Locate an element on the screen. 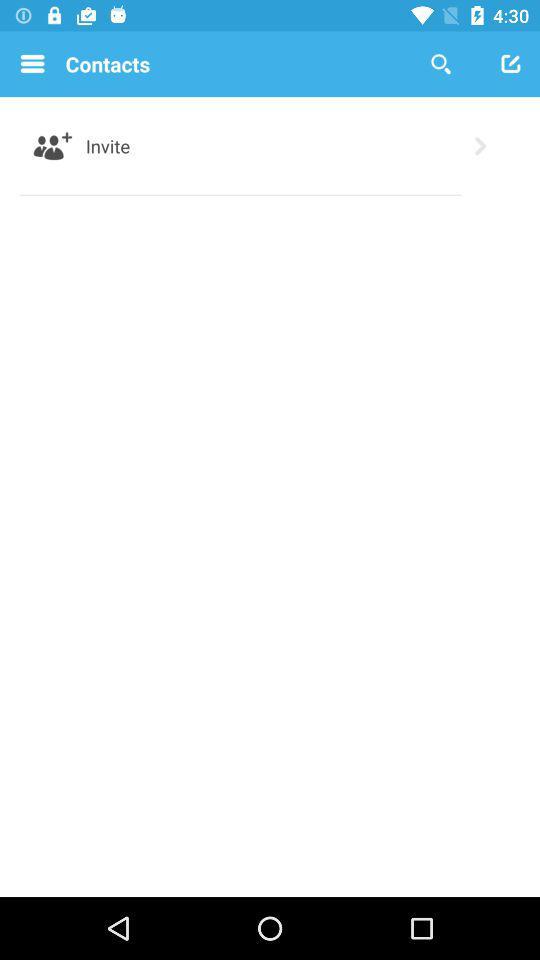  icon to the right of the invite item is located at coordinates (479, 145).